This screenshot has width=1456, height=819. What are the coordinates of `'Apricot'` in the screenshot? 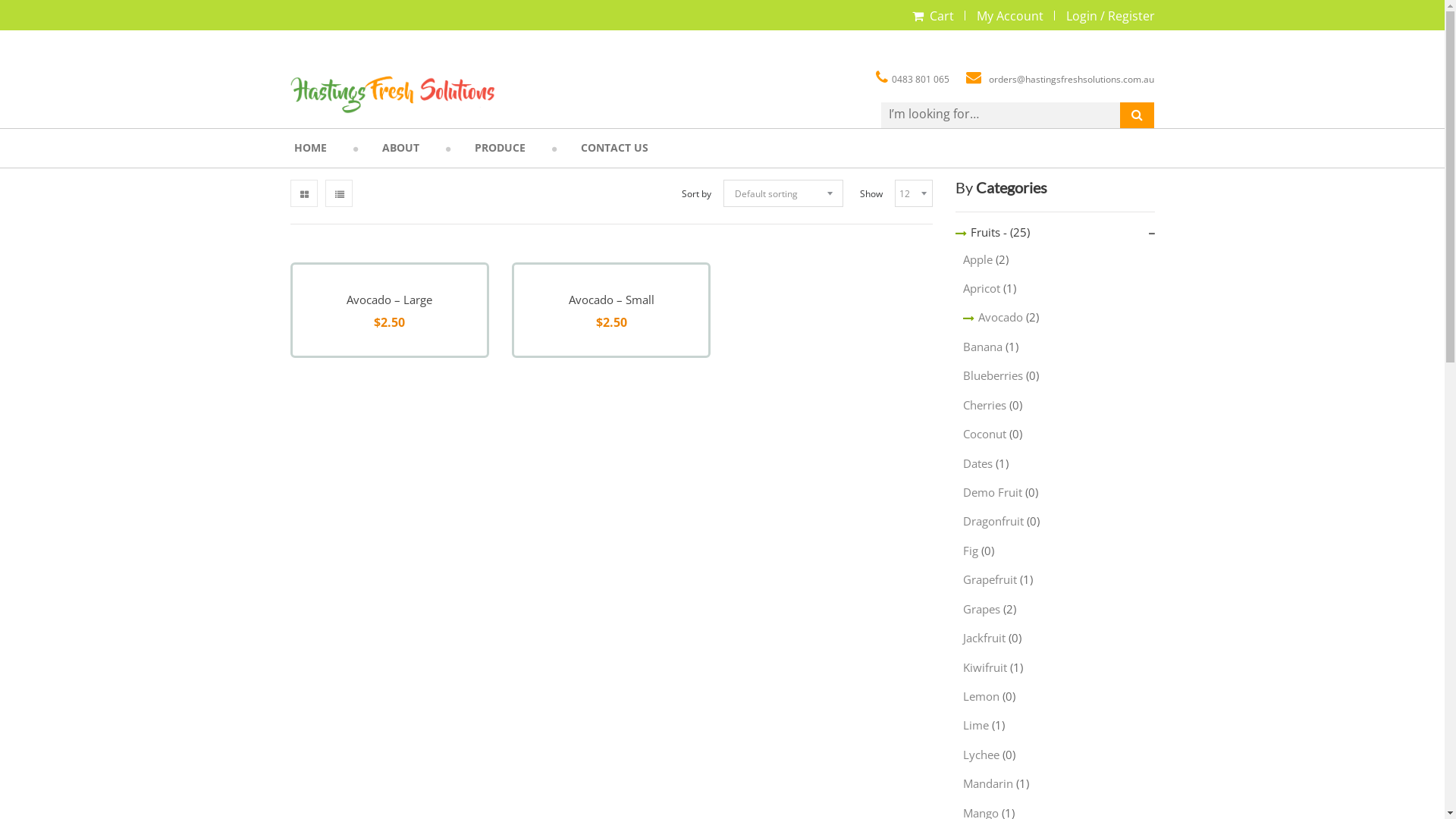 It's located at (981, 288).